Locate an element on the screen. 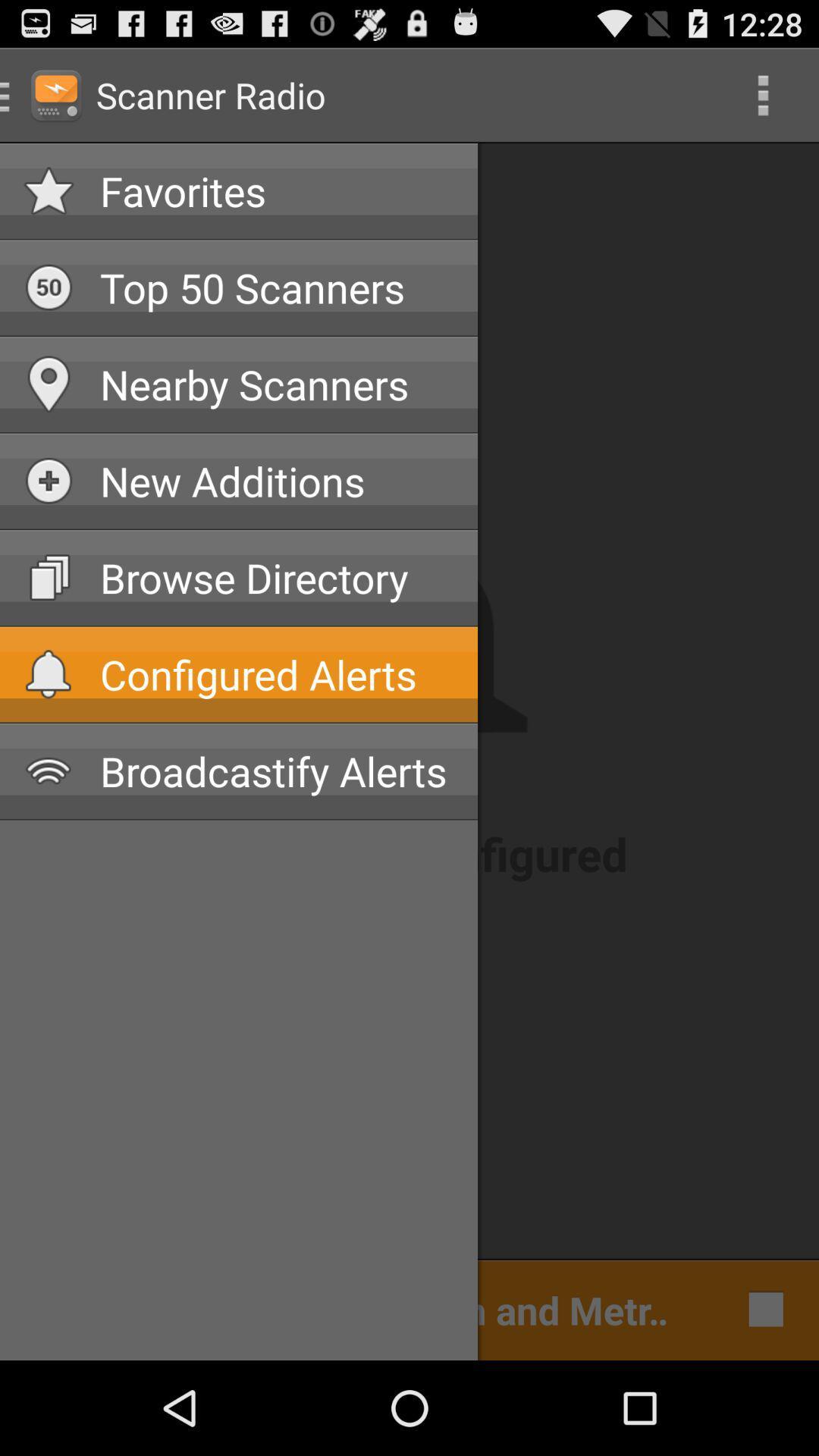 The image size is (819, 1456). the button at the bottom is located at coordinates (353, 1308).